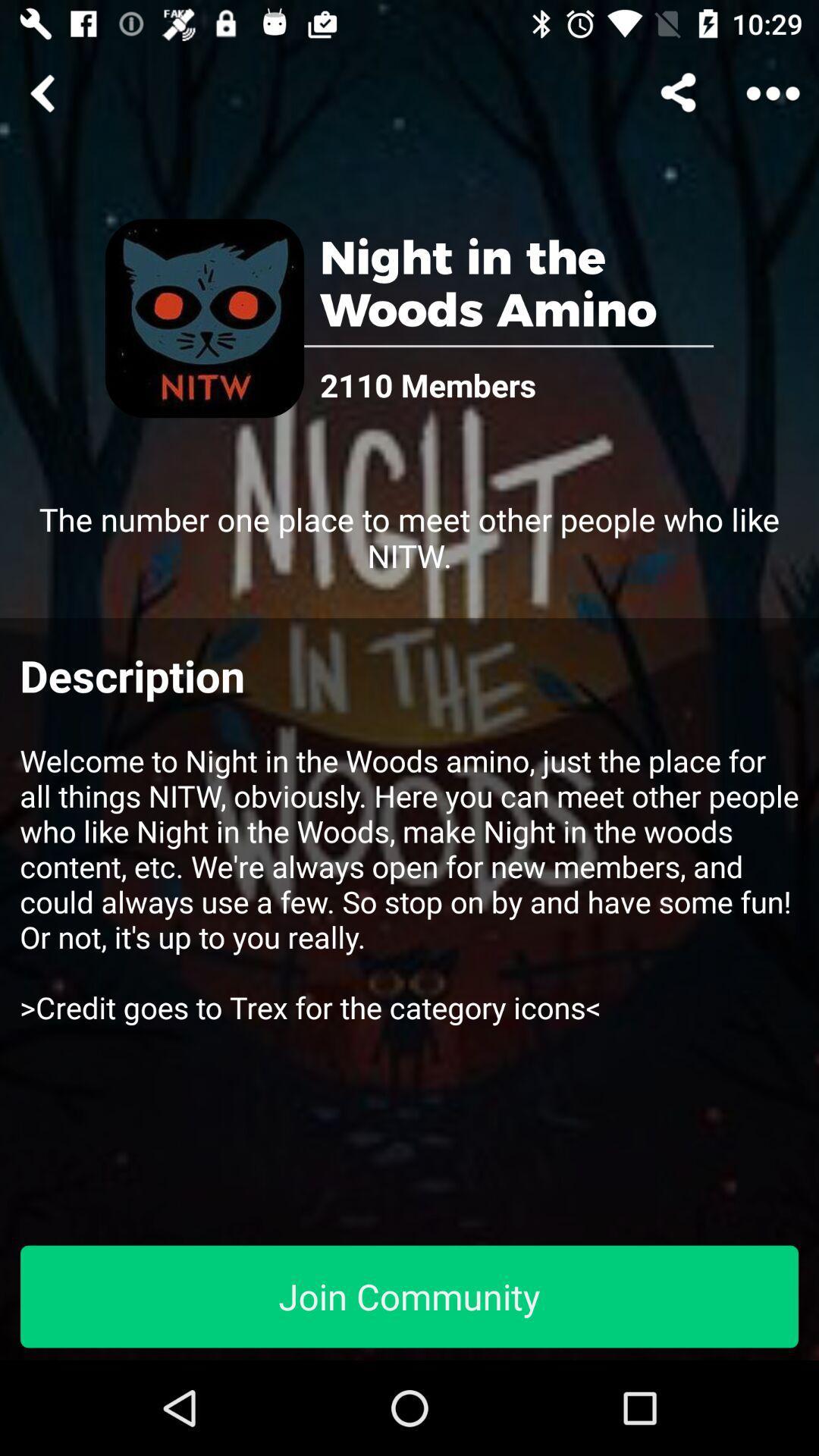 This screenshot has height=1456, width=819. Describe the element at coordinates (45, 93) in the screenshot. I see `the arrow_backward icon` at that location.